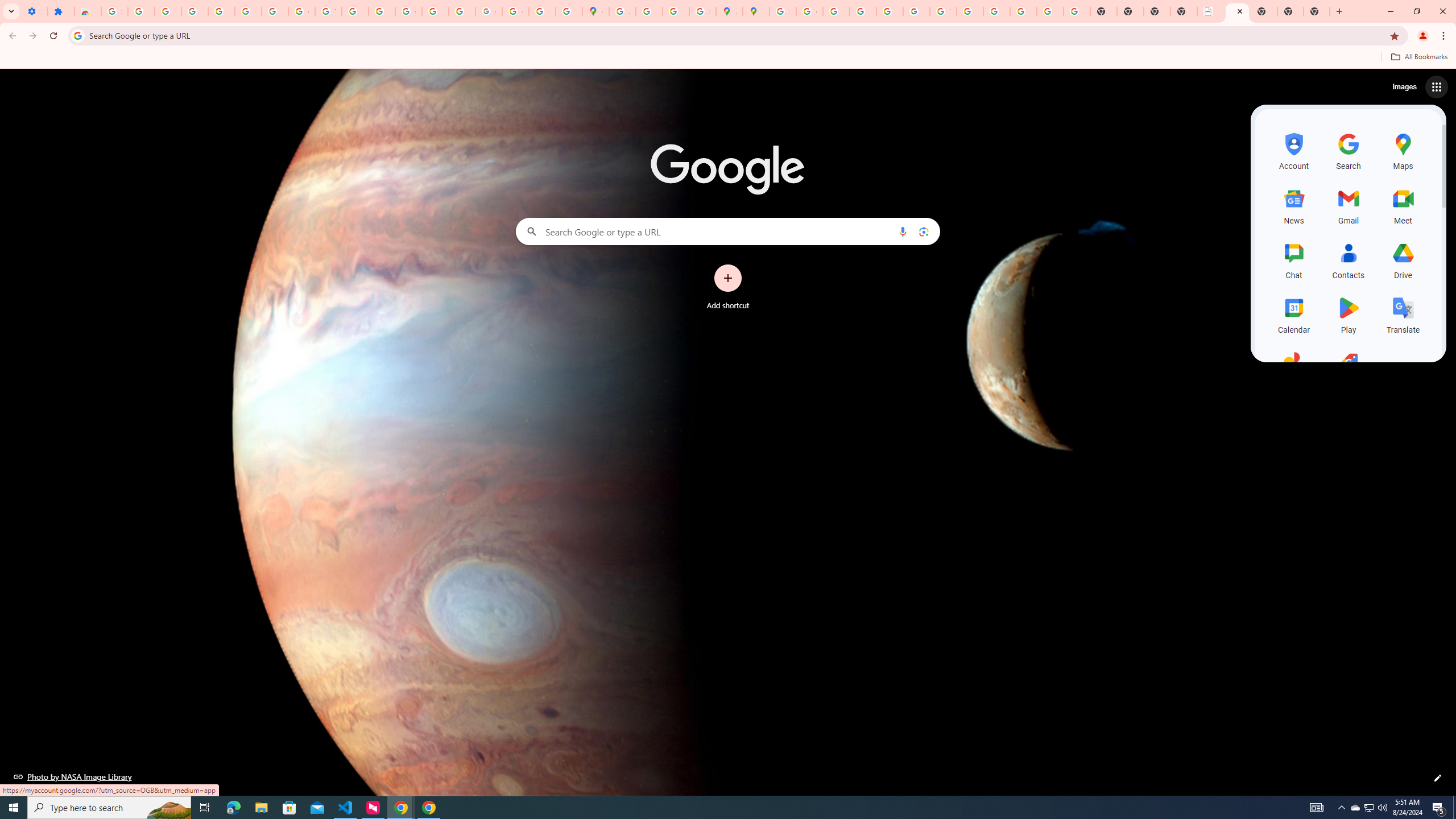 Image resolution: width=1456 pixels, height=819 pixels. What do you see at coordinates (1293, 150) in the screenshot?
I see `'Account, row 1 of 5 and column 1 of 3 in the first section'` at bounding box center [1293, 150].